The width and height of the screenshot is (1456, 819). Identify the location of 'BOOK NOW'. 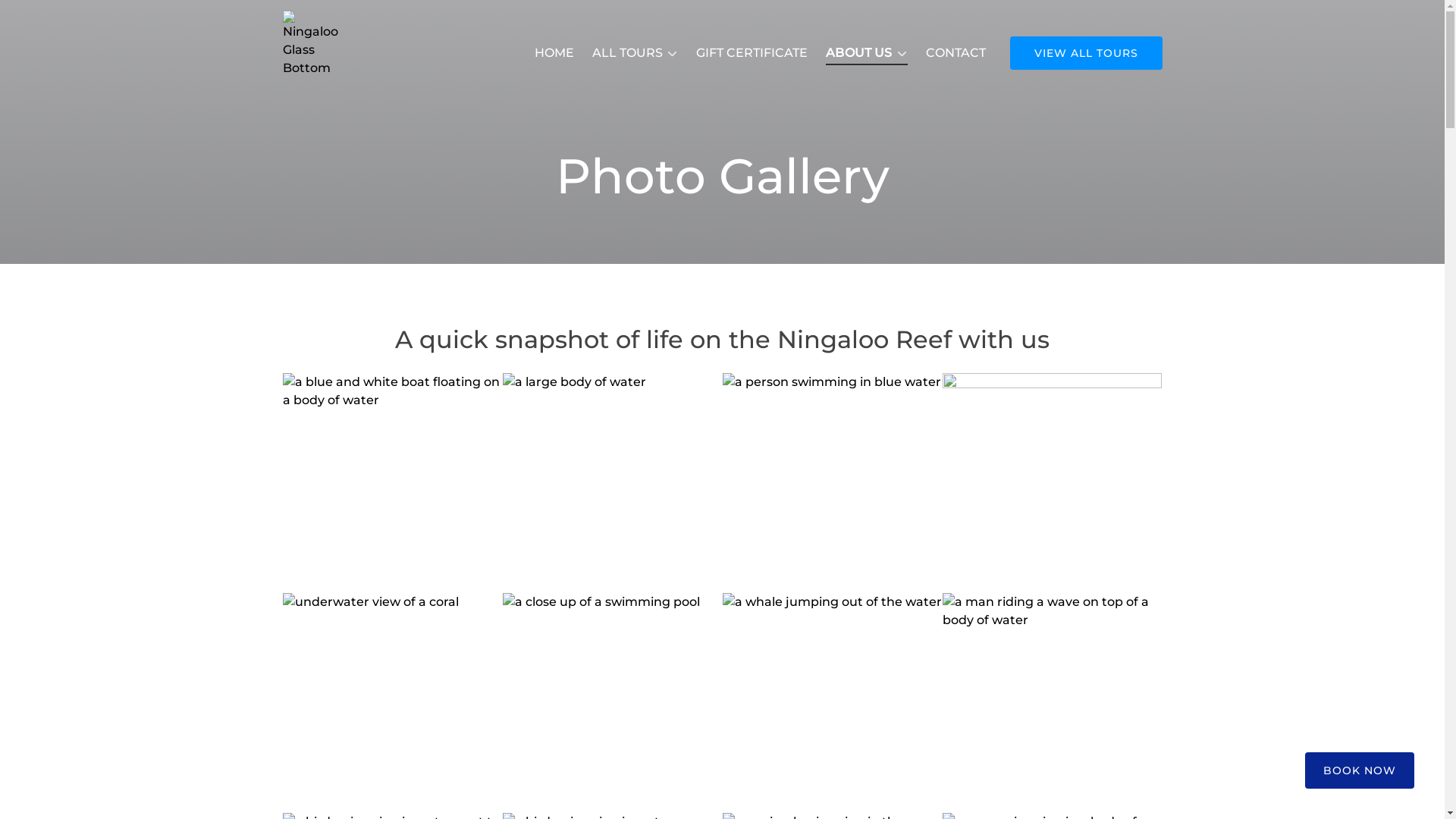
(1304, 761).